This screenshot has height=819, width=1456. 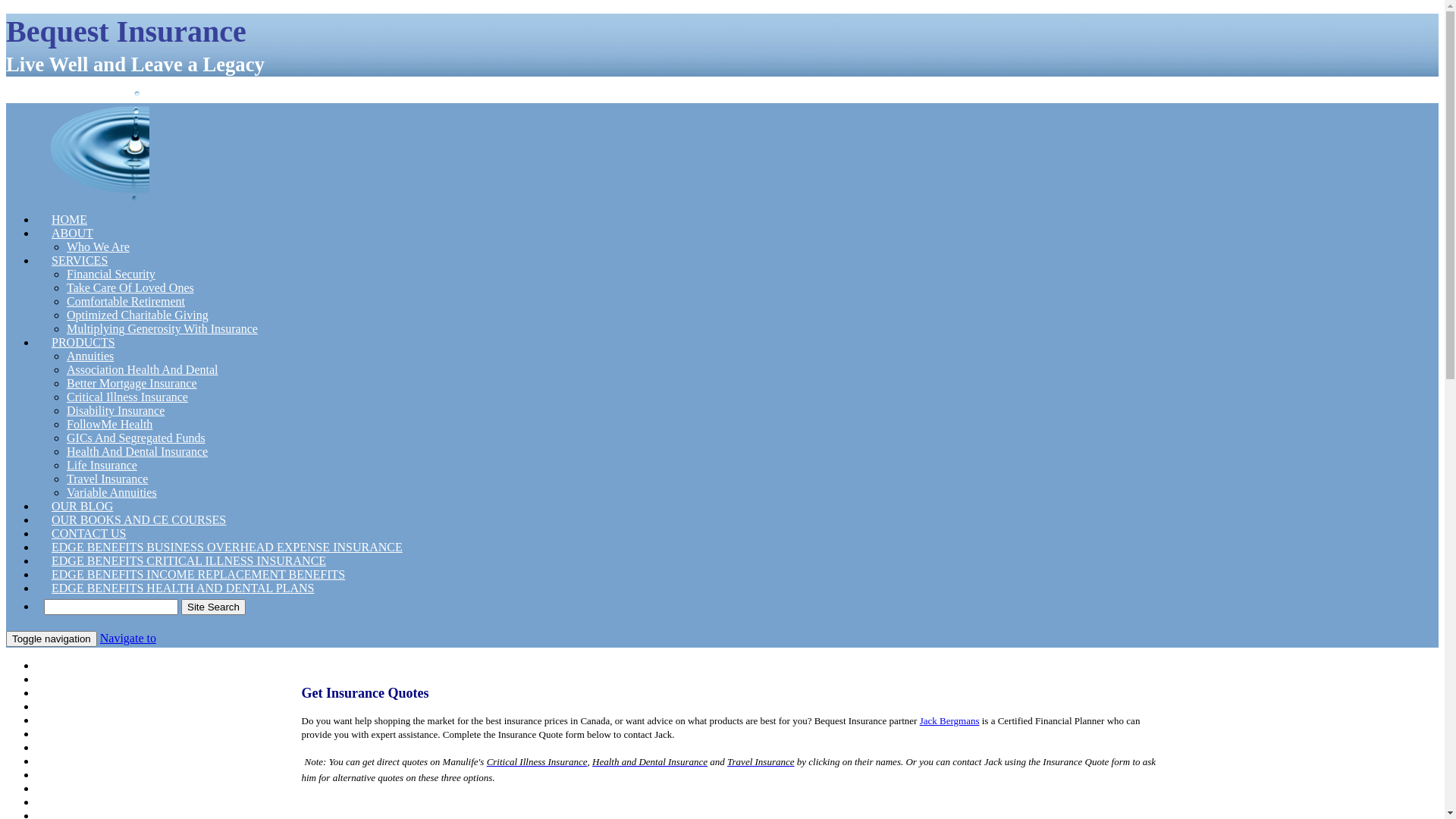 What do you see at coordinates (83, 342) in the screenshot?
I see `'PRODUCTS'` at bounding box center [83, 342].